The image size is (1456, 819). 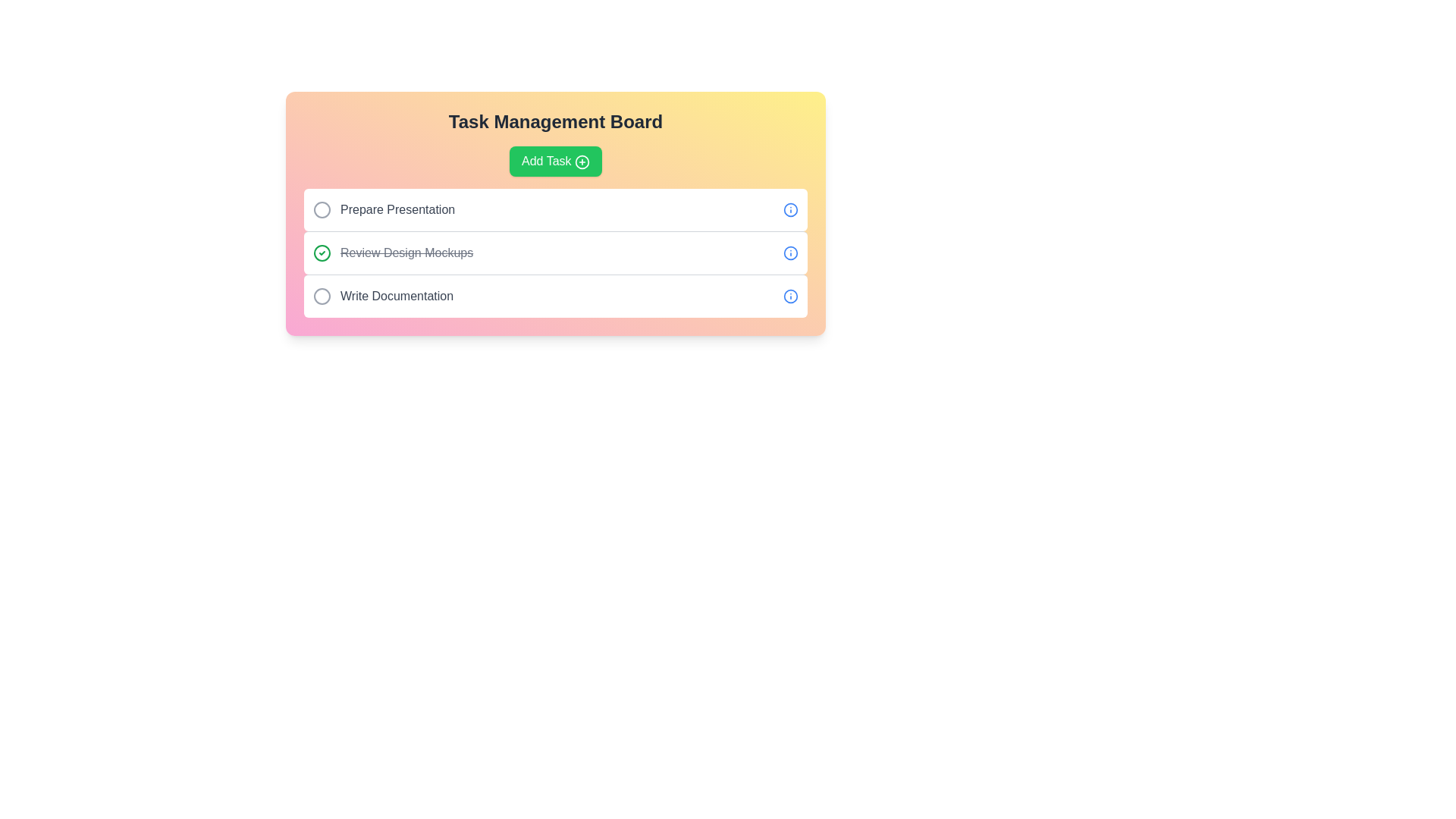 I want to click on the 'Info' icon next to the task 'Write Documentation' to view its details, so click(x=789, y=296).